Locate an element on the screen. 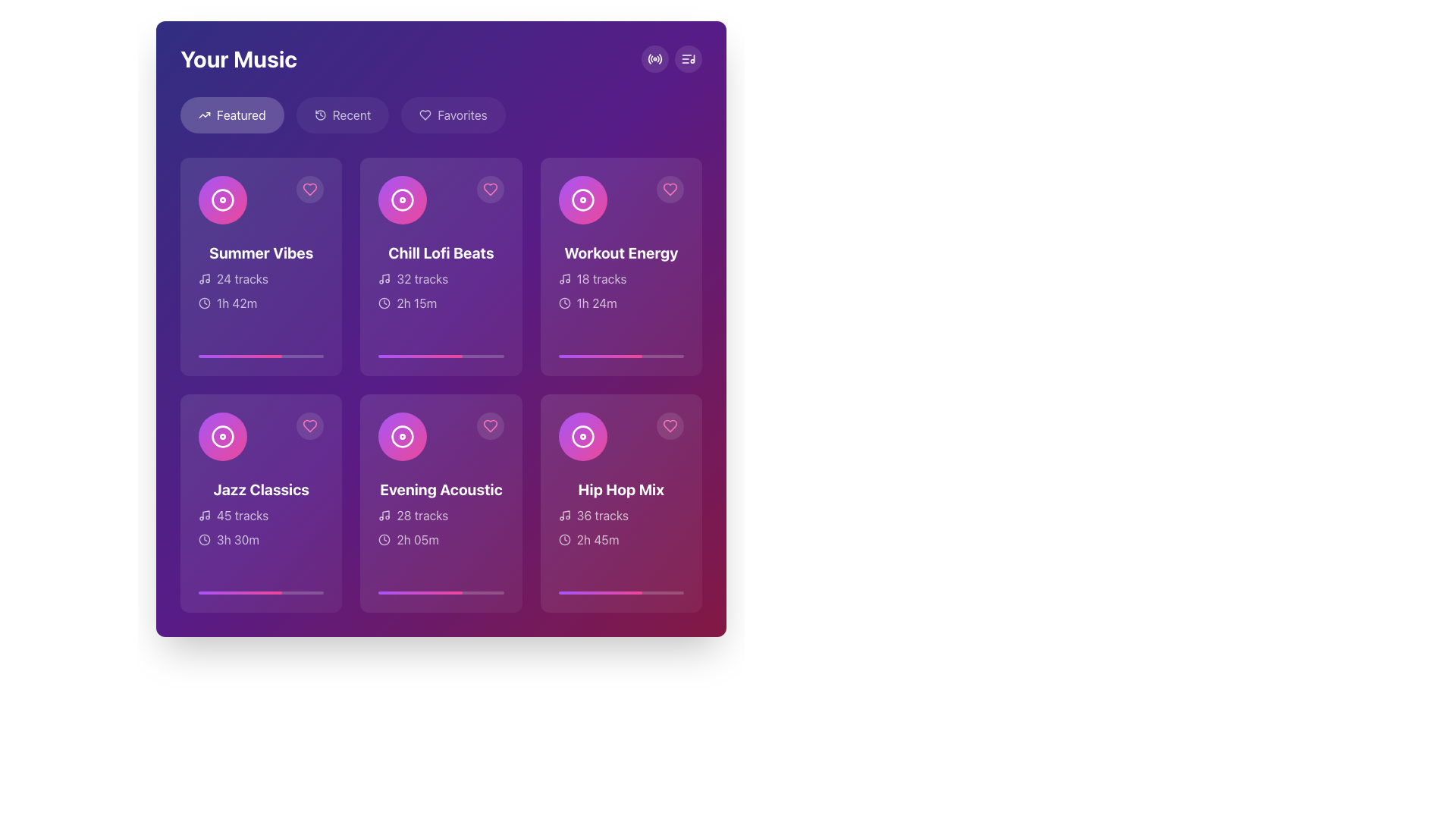 The width and height of the screenshot is (1456, 819). the clock icon located in the 'Evening Acoustic' card, which is in the second row and second column of the music grid, adjacent to the text '2h 05m' is located at coordinates (384, 539).